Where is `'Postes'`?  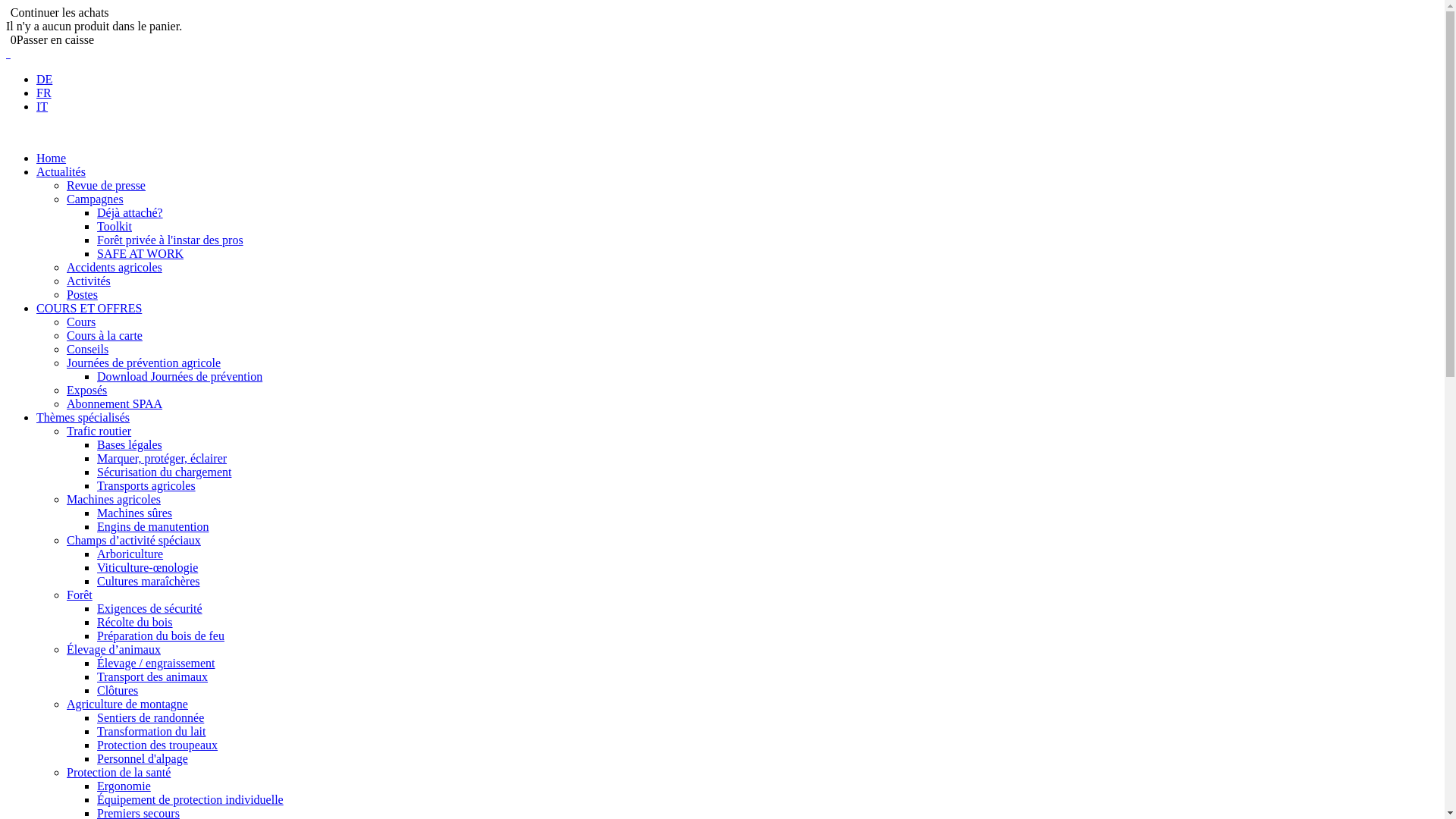 'Postes' is located at coordinates (81, 294).